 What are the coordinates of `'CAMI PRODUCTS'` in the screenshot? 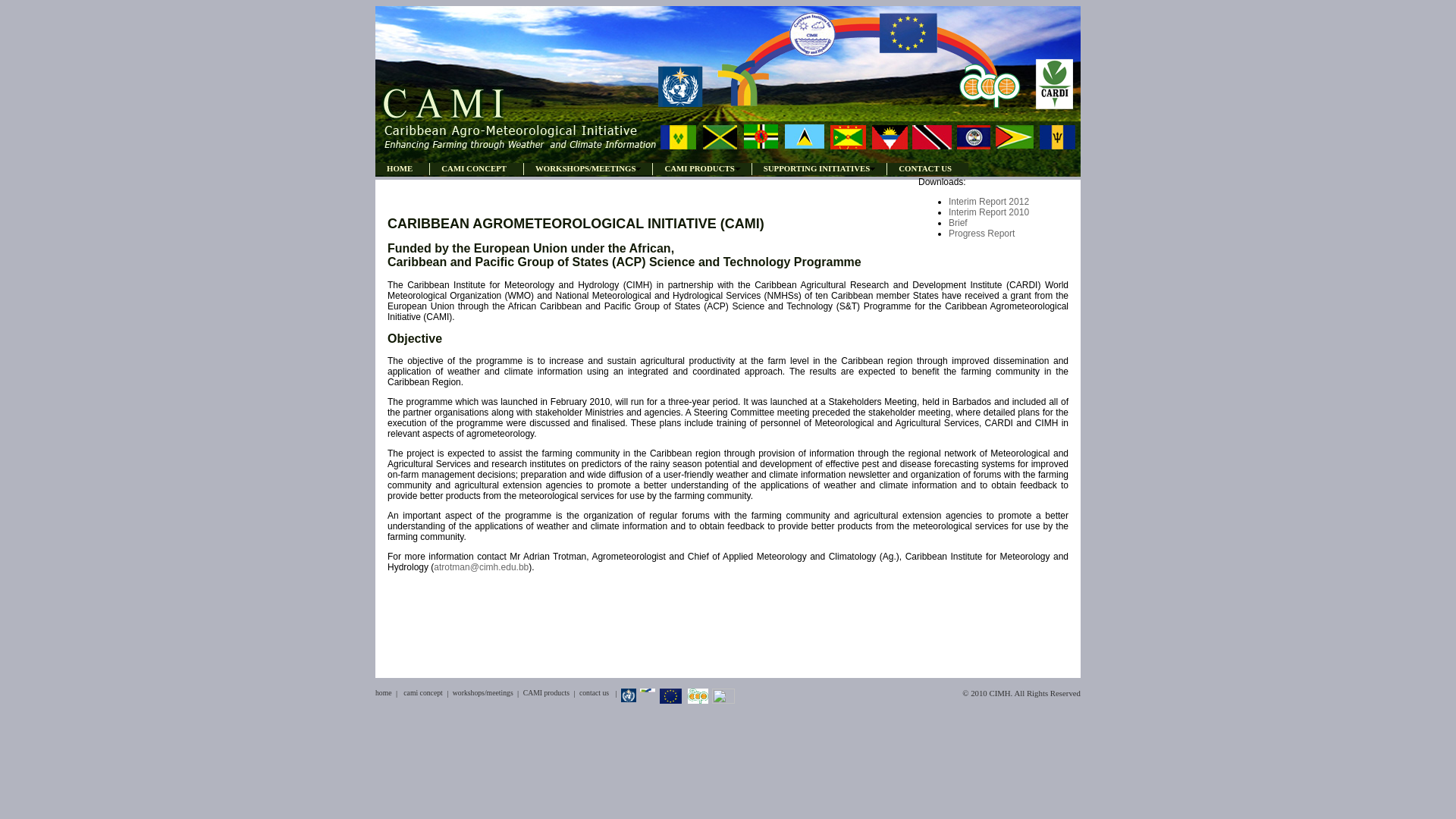 It's located at (701, 168).